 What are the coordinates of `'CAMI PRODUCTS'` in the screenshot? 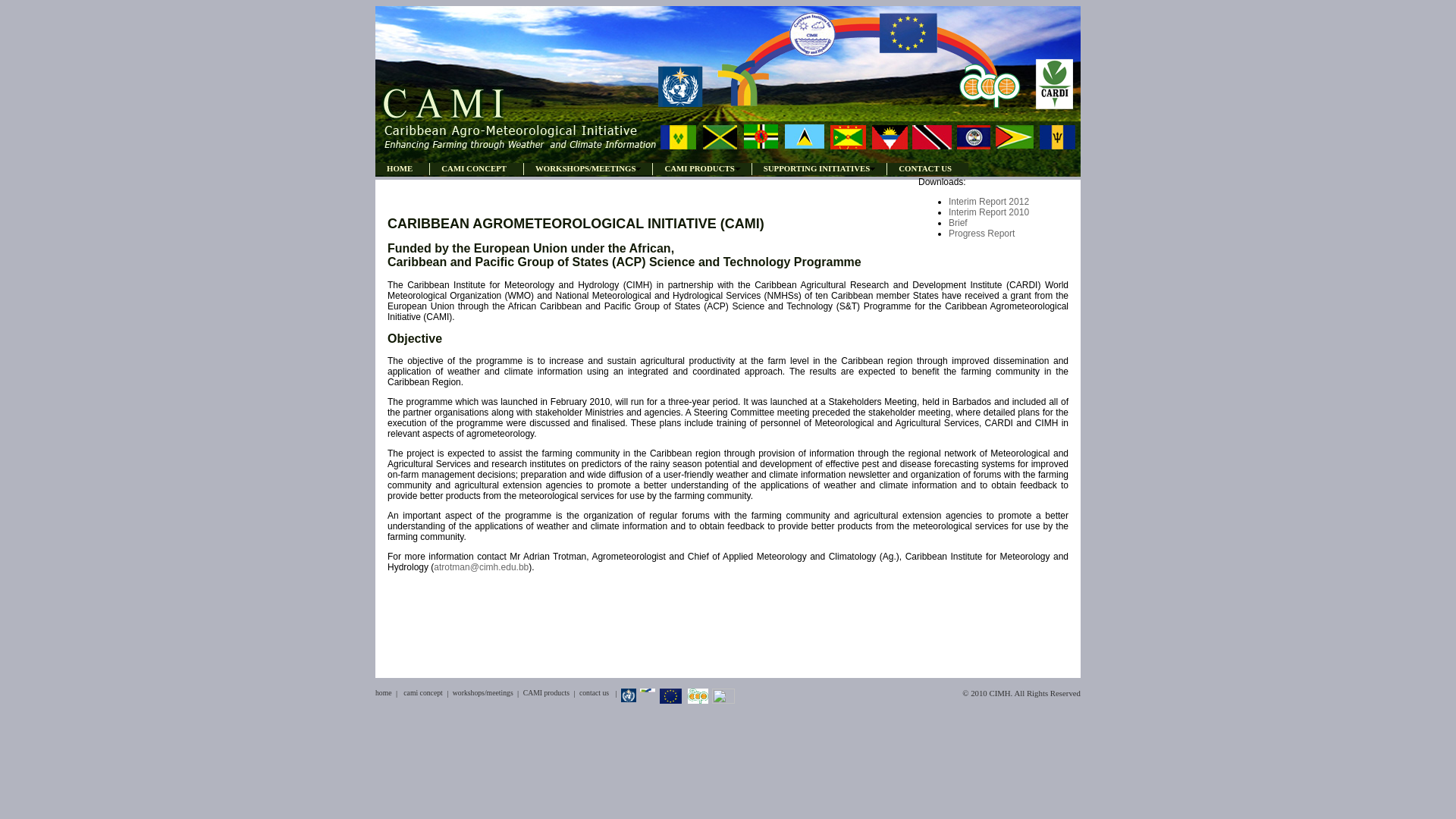 It's located at (701, 168).